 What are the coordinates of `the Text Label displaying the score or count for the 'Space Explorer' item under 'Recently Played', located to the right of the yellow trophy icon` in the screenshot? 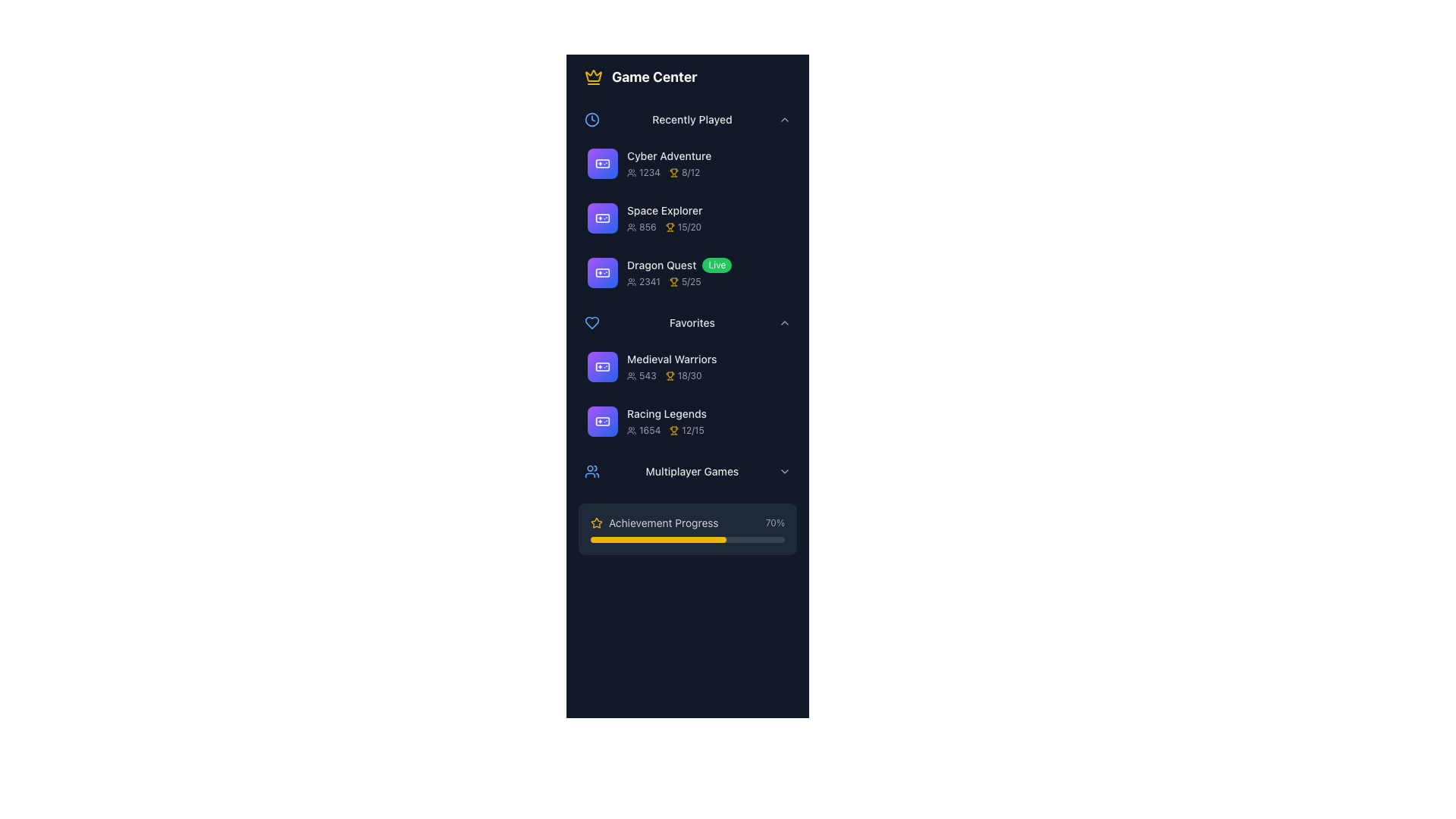 It's located at (689, 227).